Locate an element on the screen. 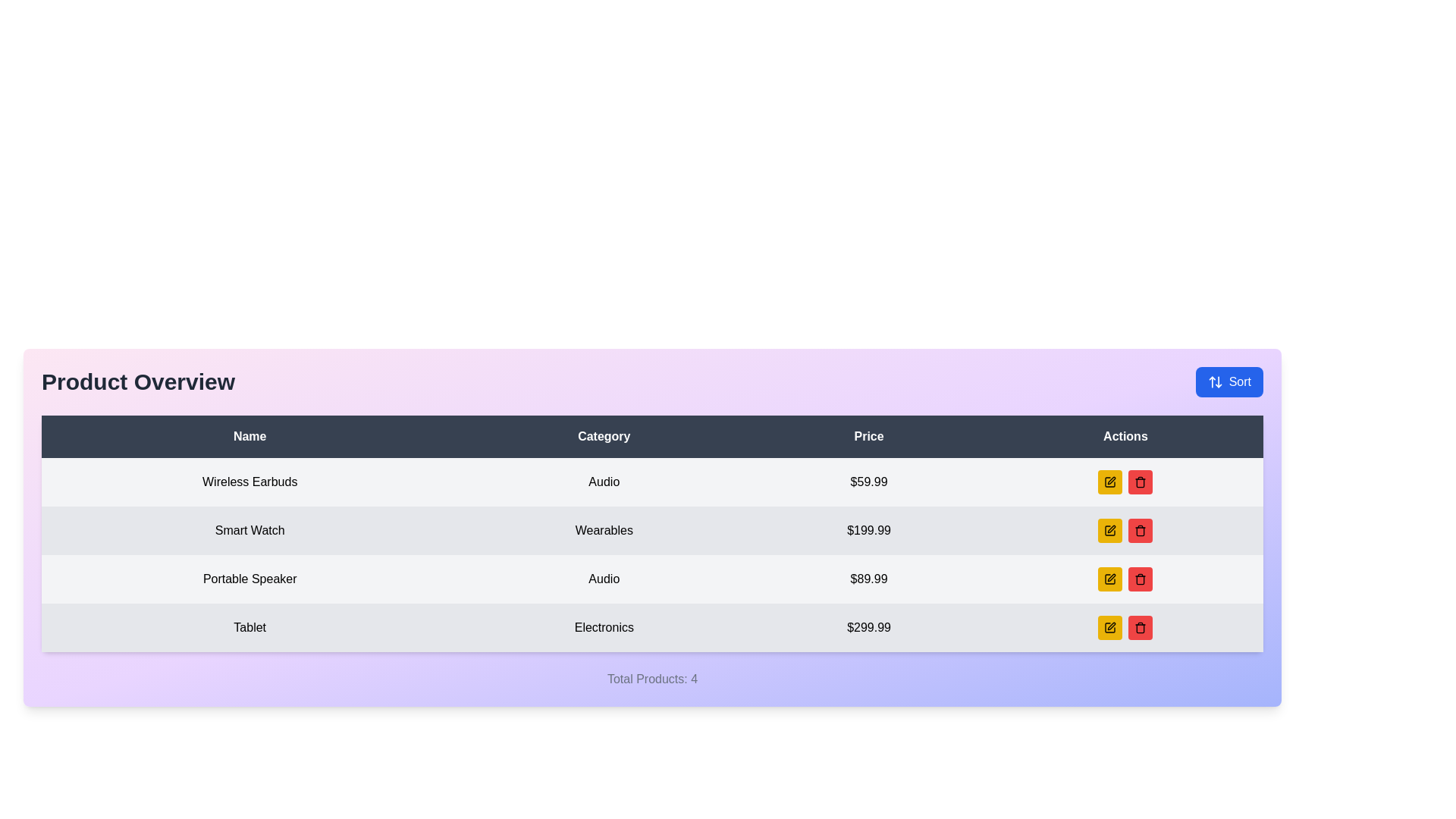  the 'Audio' text label which is displayed in a light gray cell in the second column of the third row in the table under 'Category' is located at coordinates (603, 579).